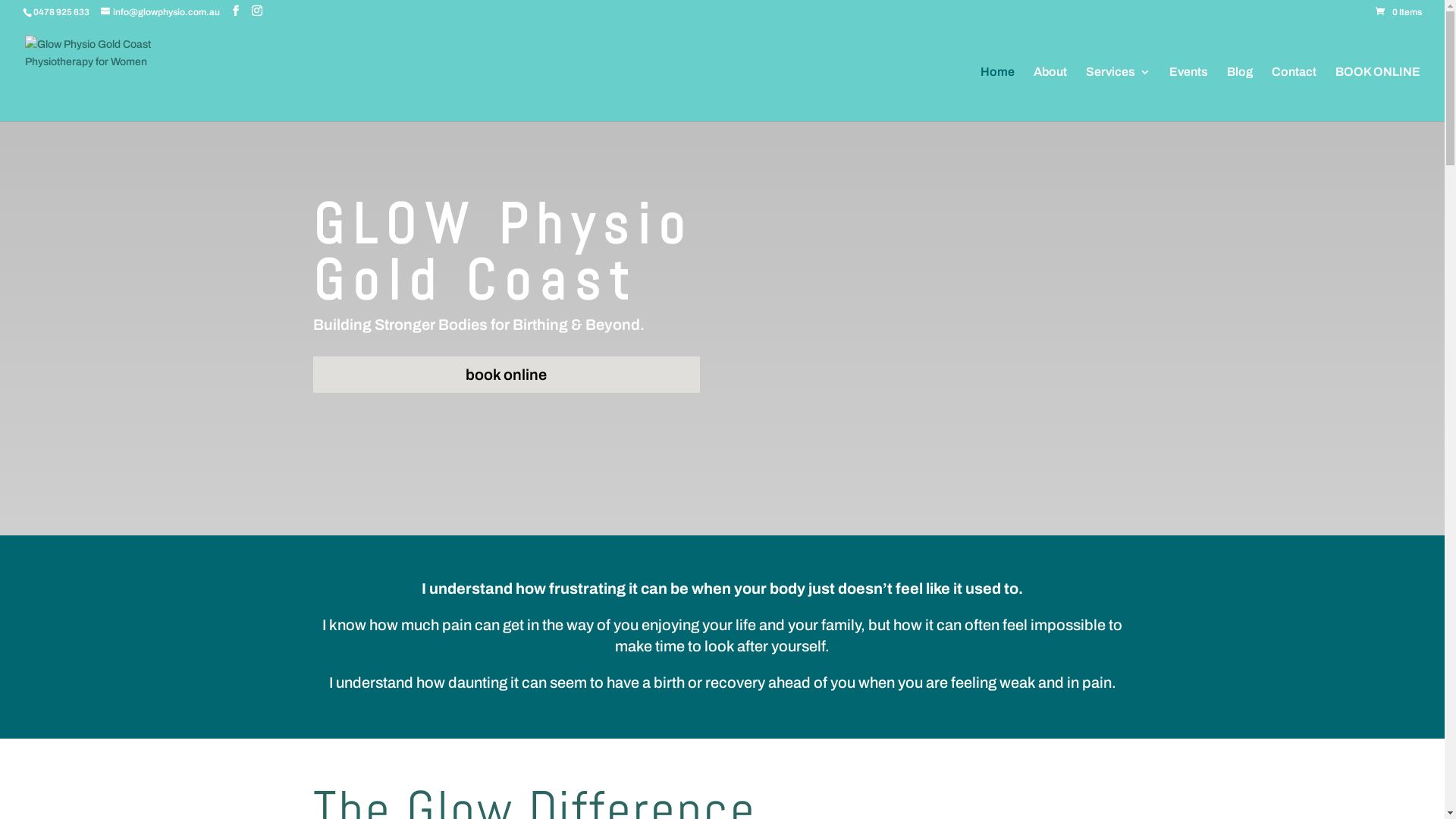  I want to click on 'info@glowphysio.com.au', so click(100, 11).